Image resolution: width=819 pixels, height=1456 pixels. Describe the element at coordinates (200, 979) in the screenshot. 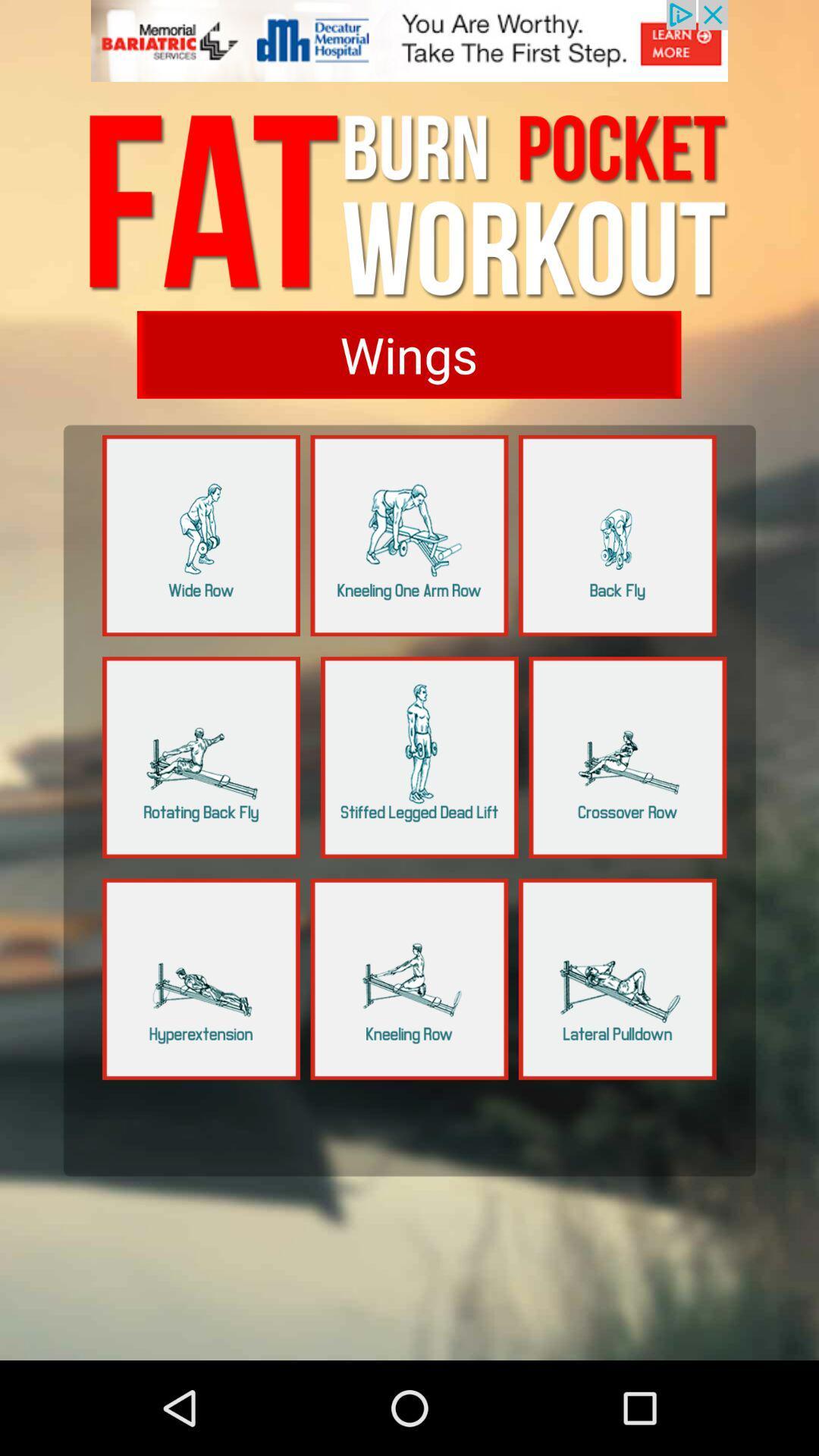

I see `choose the option` at that location.